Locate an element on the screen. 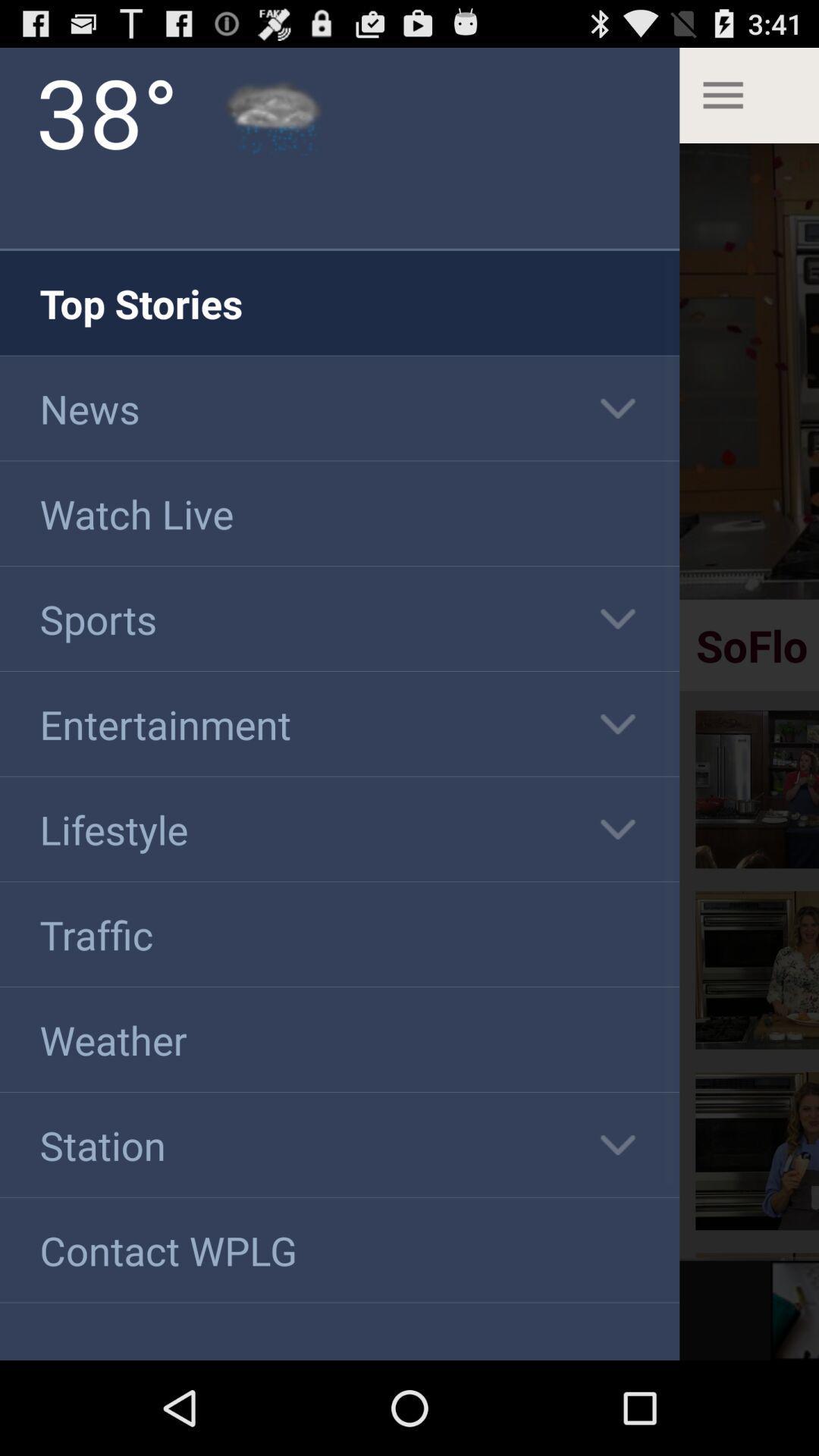 Image resolution: width=819 pixels, height=1456 pixels. the top right more option is located at coordinates (748, 94).